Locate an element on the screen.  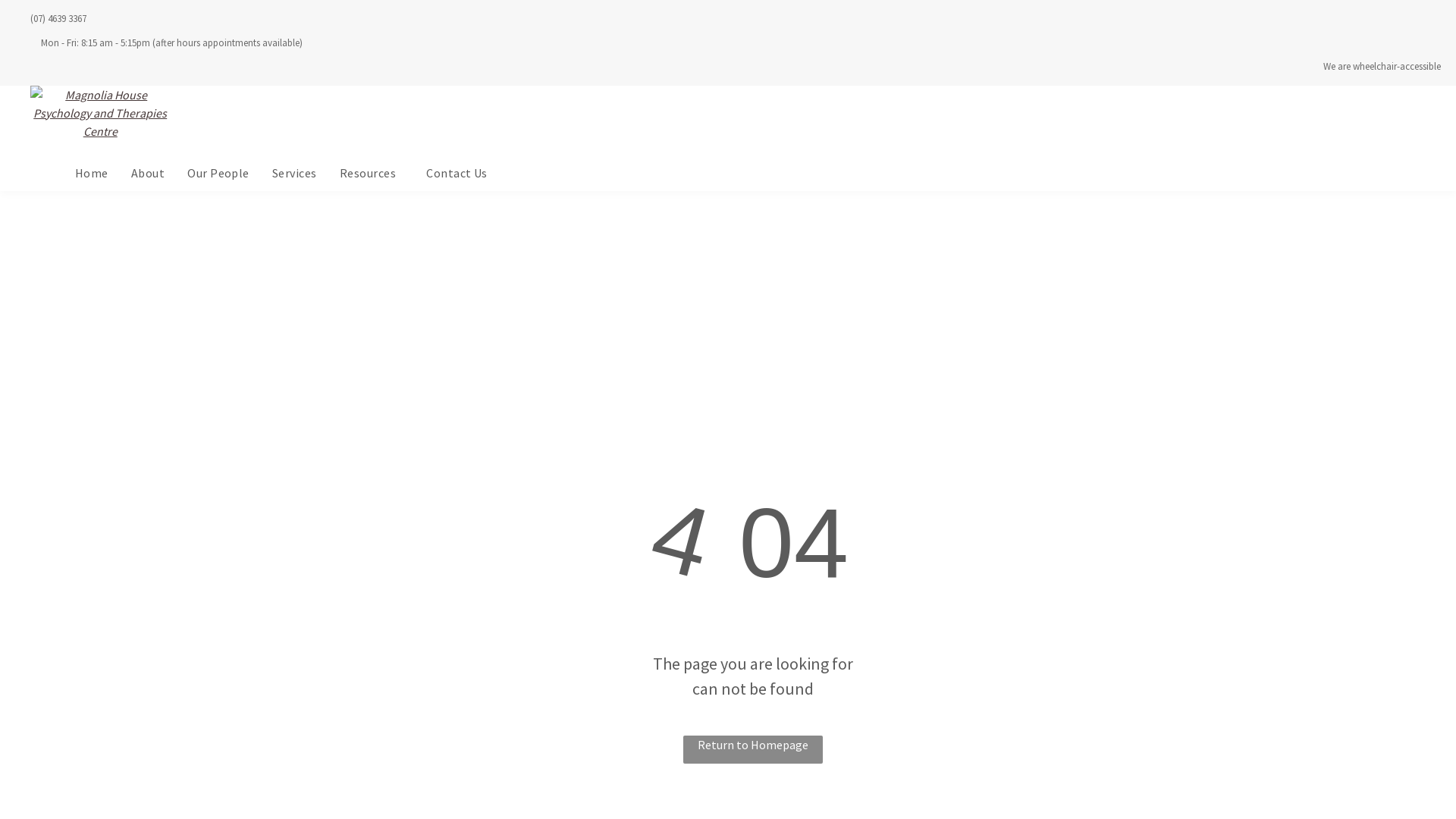
'(07) 4639 3367' is located at coordinates (58, 18).